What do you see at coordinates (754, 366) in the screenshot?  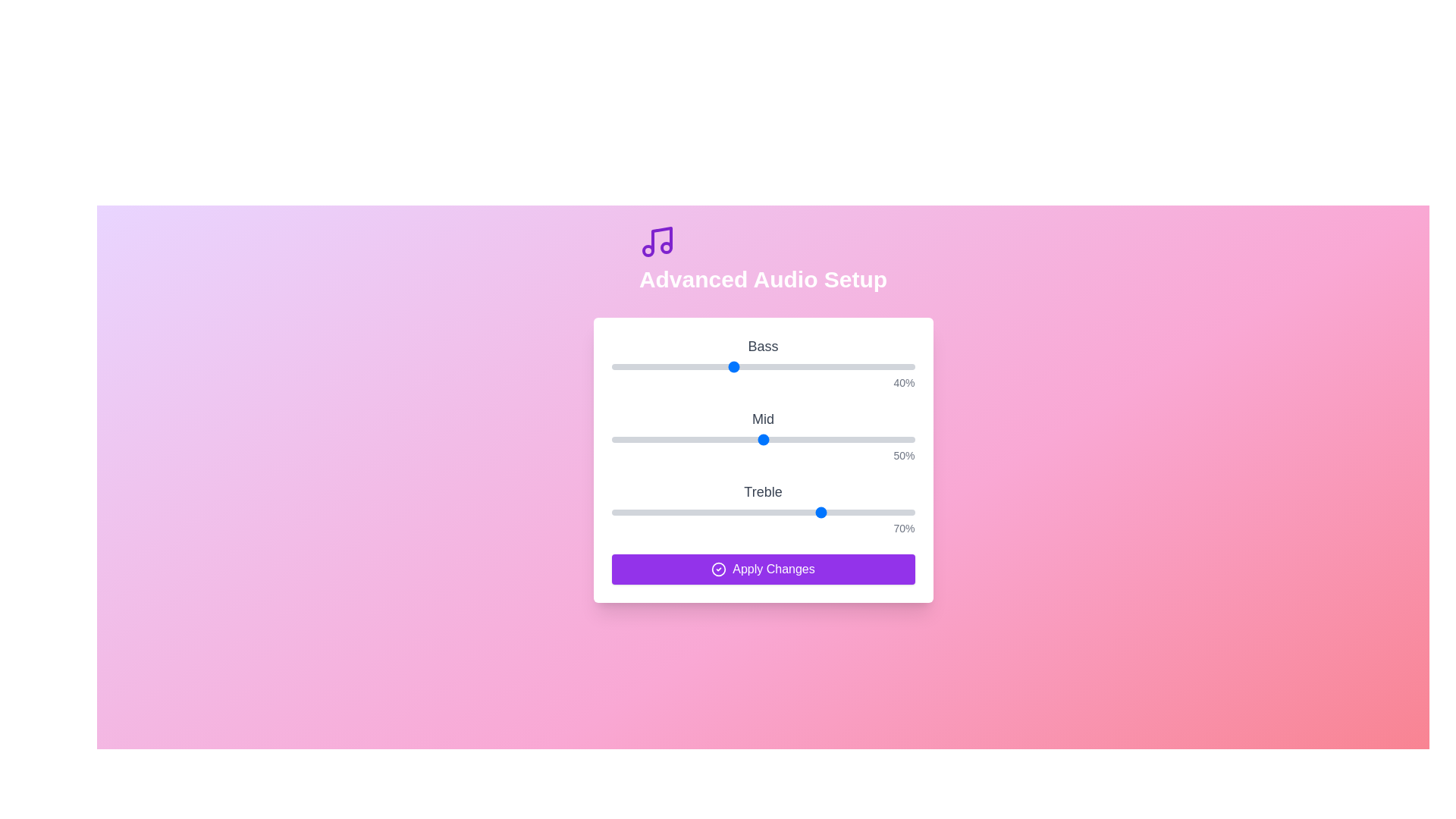 I see `the 0 slider to 47%` at bounding box center [754, 366].